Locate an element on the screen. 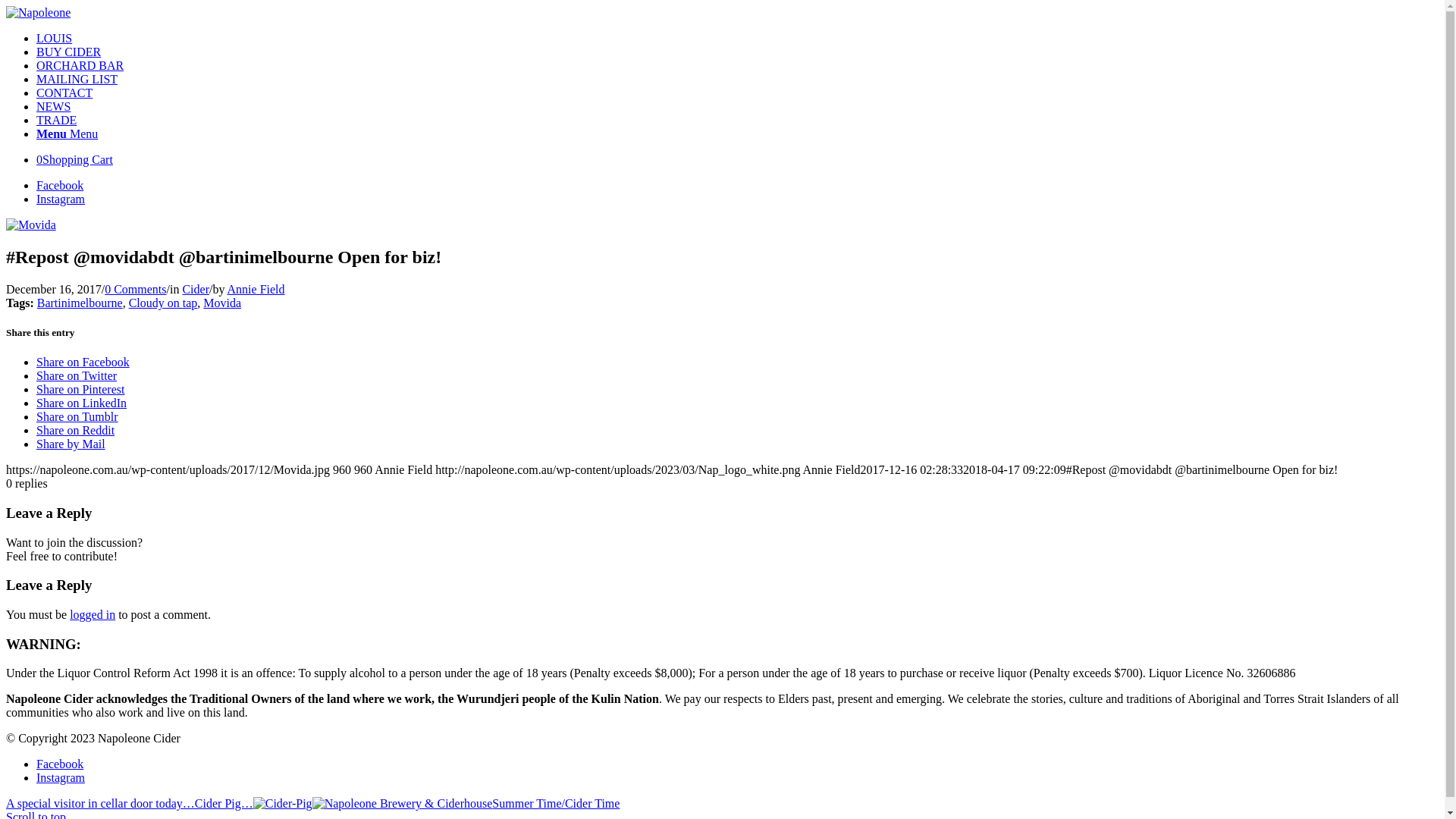 This screenshot has height=819, width=1456. 'Movida' is located at coordinates (31, 224).